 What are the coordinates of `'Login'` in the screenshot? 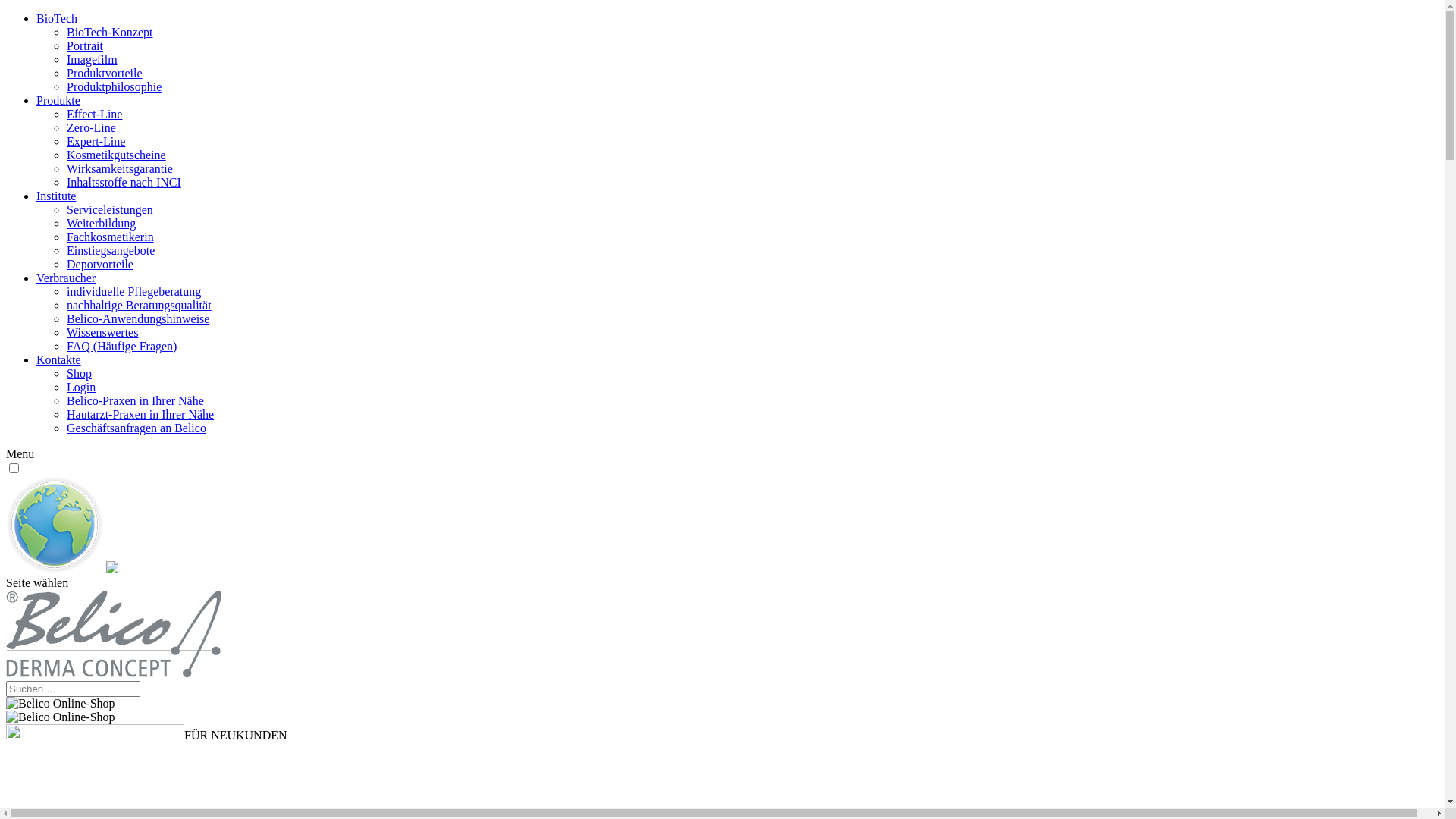 It's located at (80, 386).